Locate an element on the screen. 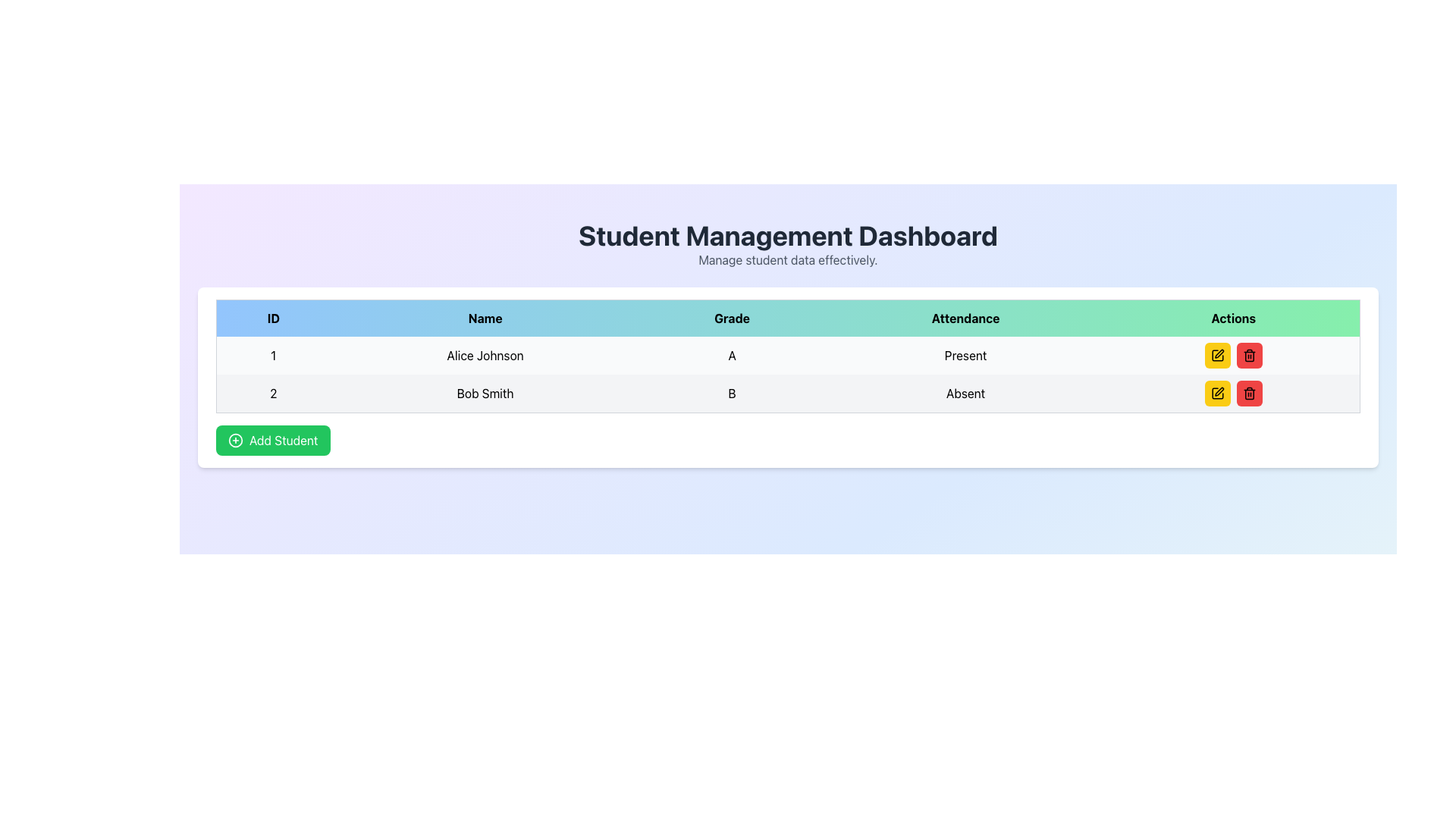 The image size is (1456, 819). the character 'A' located in the 'Grade' column of the row corresponding to Alice Johnson, which is styled with padding and is positioned between the 'Name' and 'Attendance' columns is located at coordinates (732, 356).